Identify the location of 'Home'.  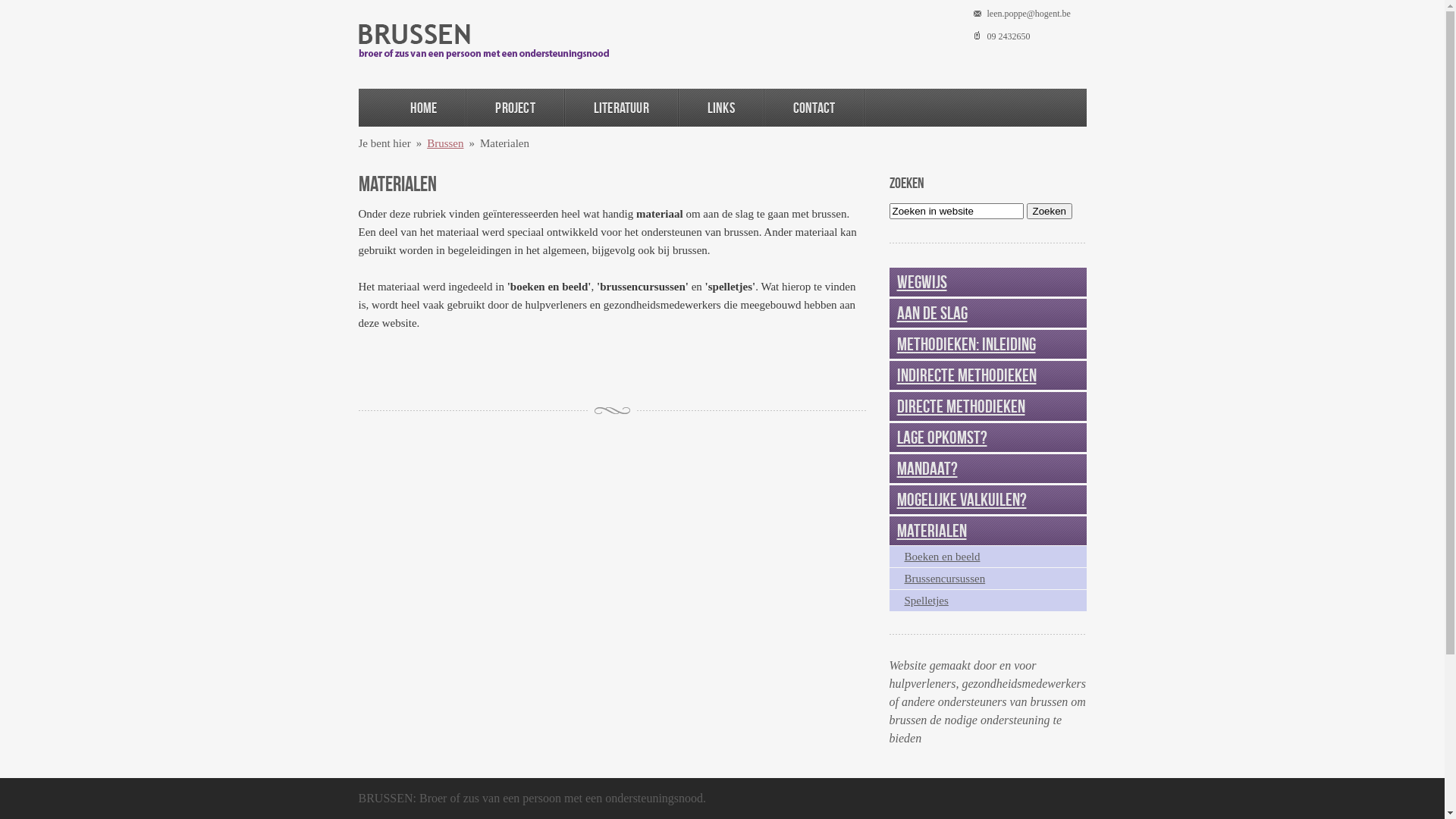
(422, 107).